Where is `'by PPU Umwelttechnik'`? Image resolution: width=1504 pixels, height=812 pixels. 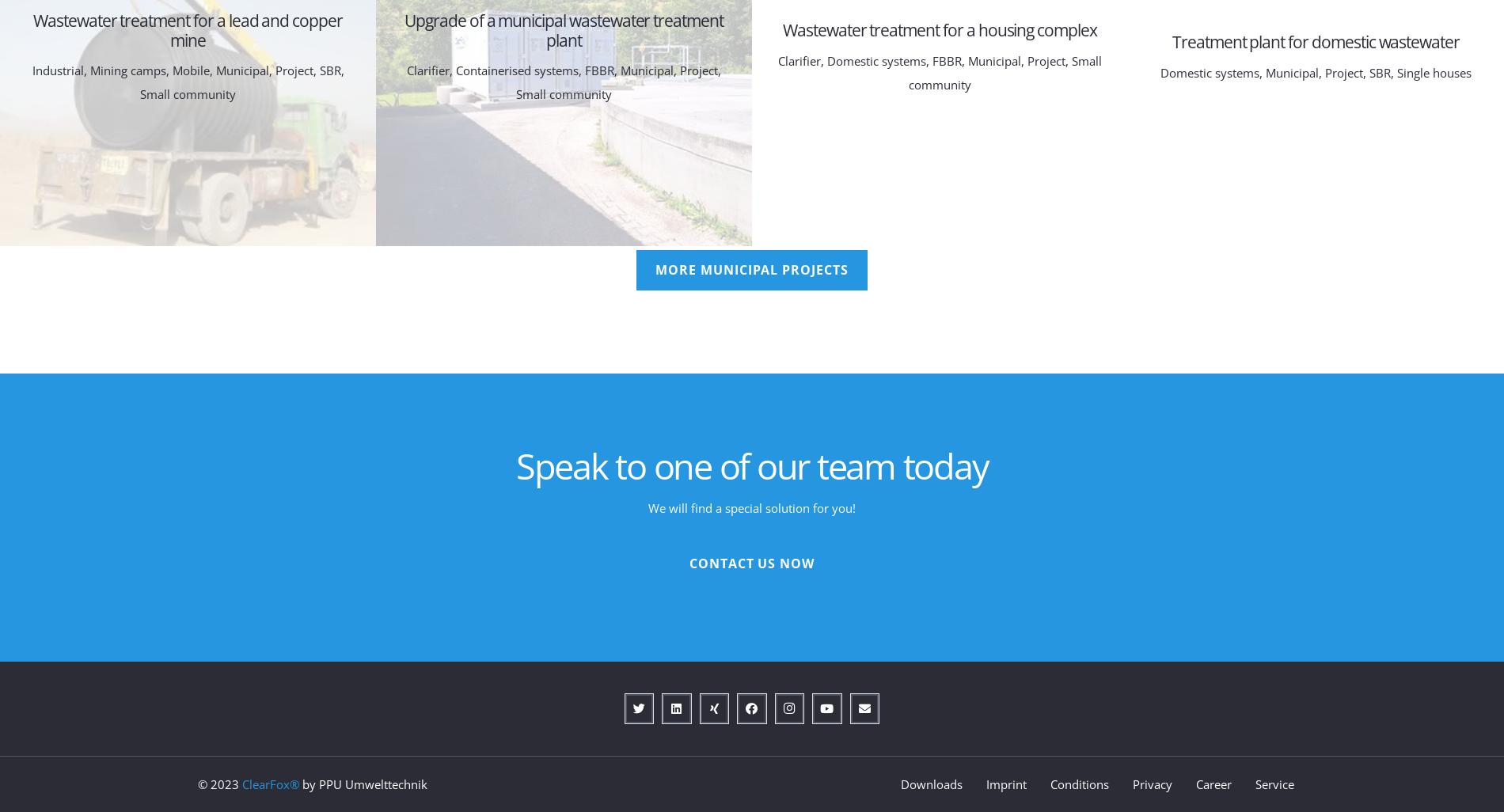
'by PPU Umwelttechnik' is located at coordinates (363, 784).